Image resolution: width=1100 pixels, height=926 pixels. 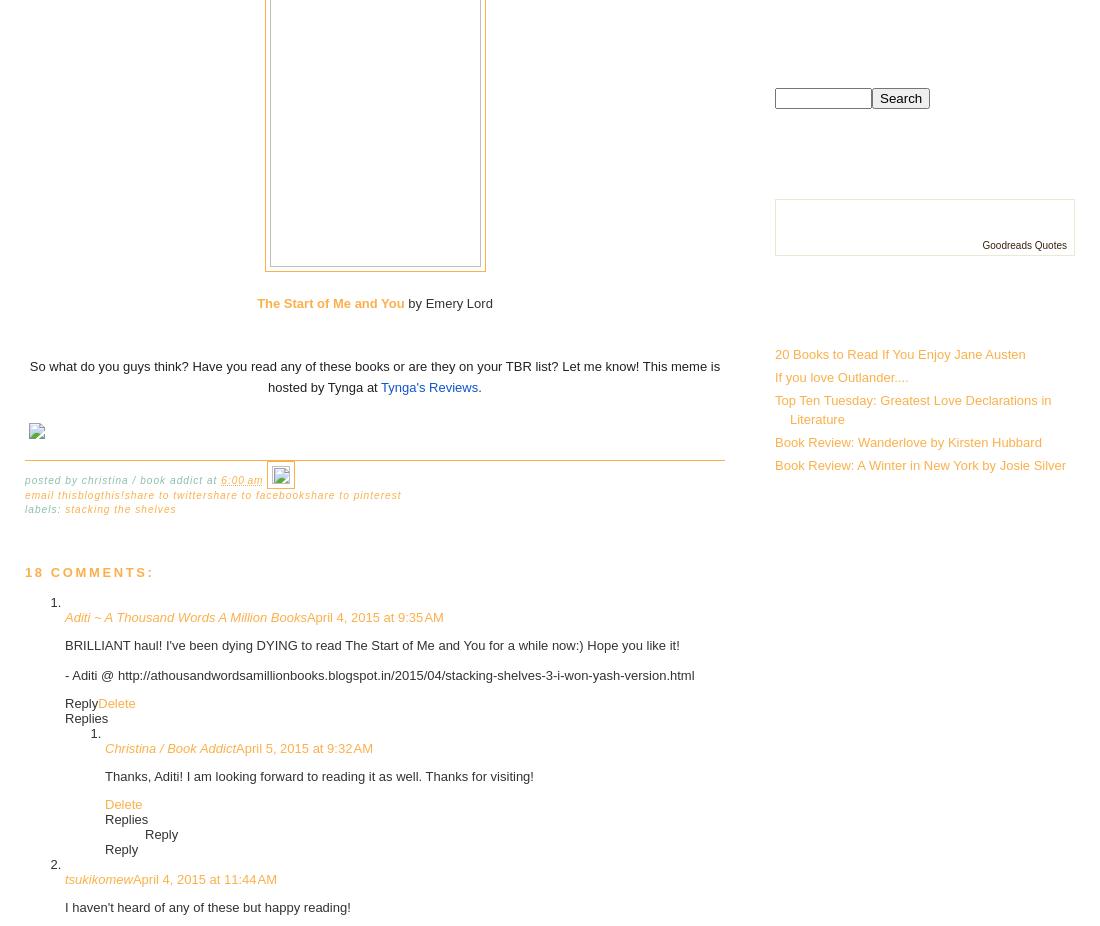 What do you see at coordinates (478, 386) in the screenshot?
I see `'.'` at bounding box center [478, 386].